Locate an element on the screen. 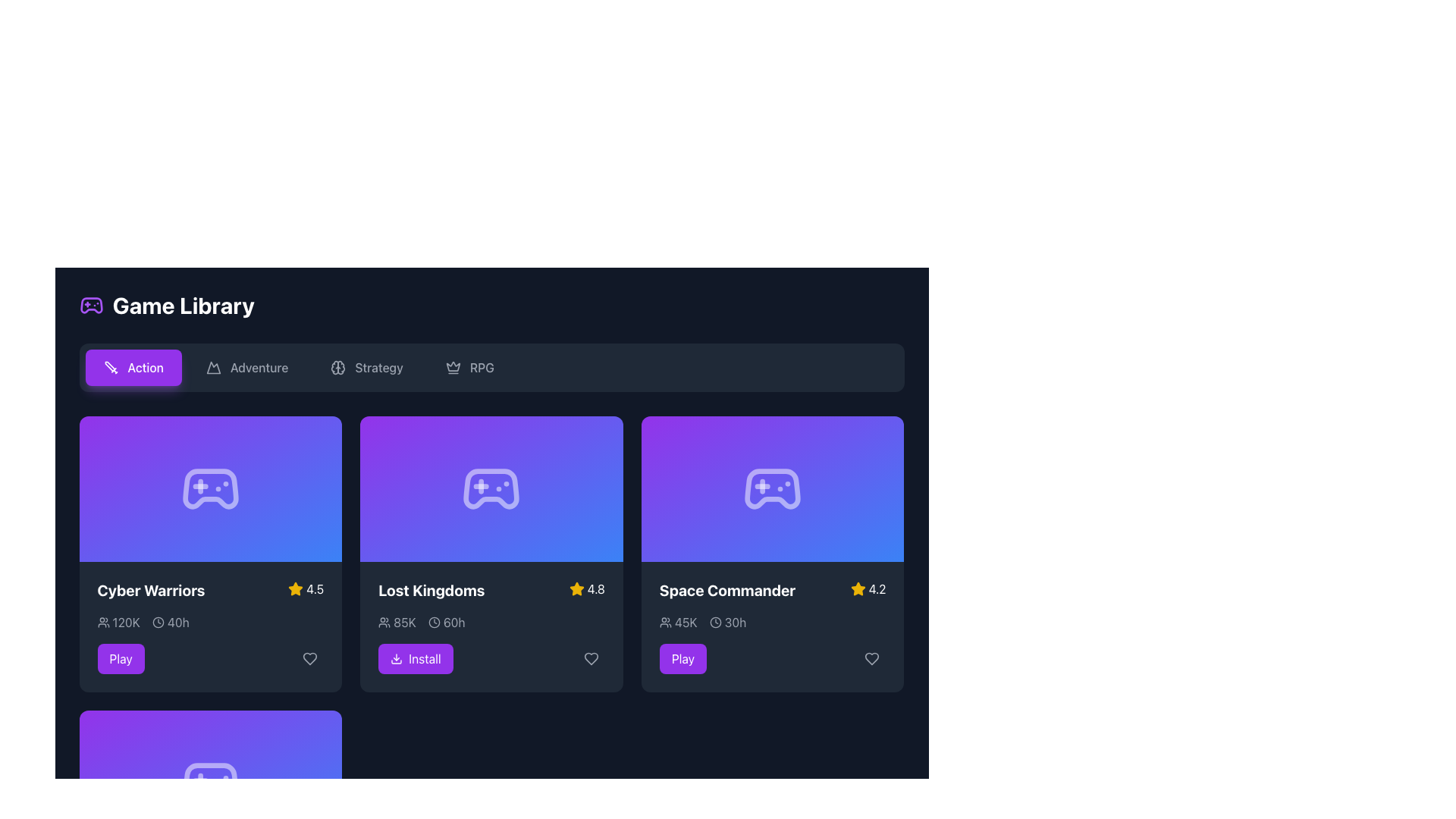 The width and height of the screenshot is (1456, 819). the Rating display element that shows a yellow star icon followed by the text '4.5', located next to the title 'Cyber Warriors' in the bottom-left card of the grid is located at coordinates (305, 588).